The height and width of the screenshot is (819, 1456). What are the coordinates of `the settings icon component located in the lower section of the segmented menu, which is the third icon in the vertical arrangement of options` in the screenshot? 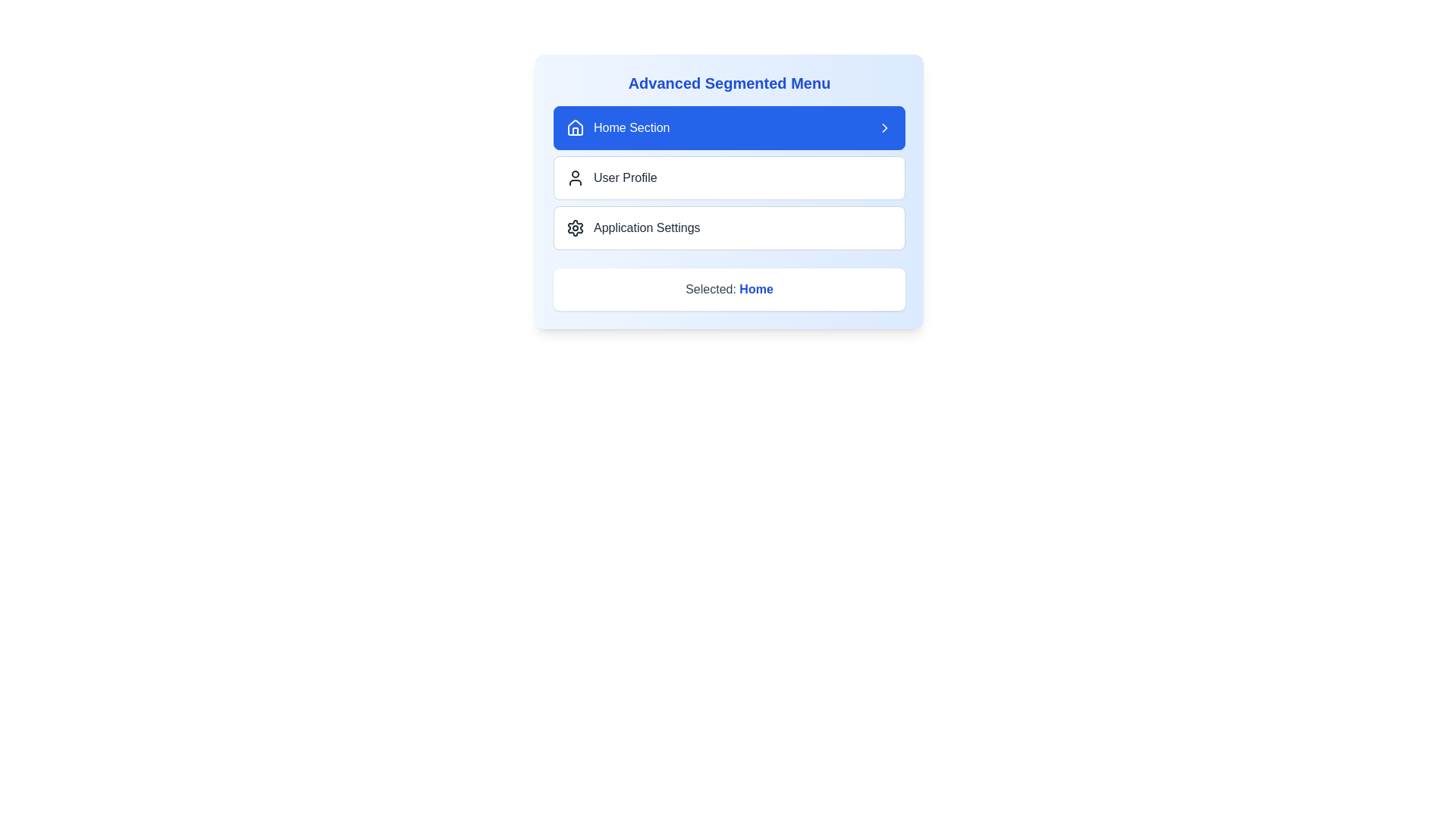 It's located at (574, 227).